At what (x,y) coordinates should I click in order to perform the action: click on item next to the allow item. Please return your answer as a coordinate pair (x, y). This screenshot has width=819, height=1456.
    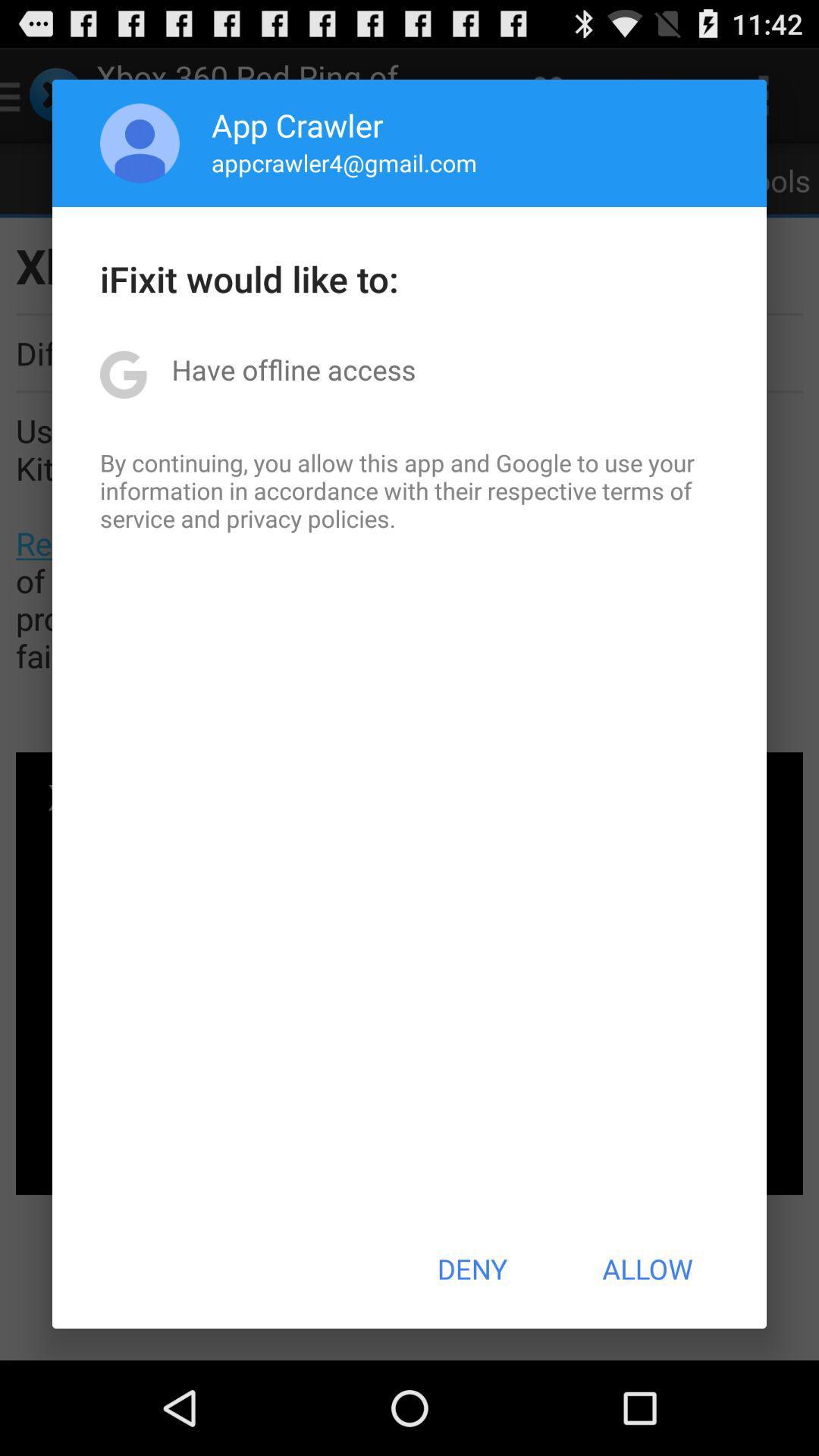
    Looking at the image, I should click on (471, 1269).